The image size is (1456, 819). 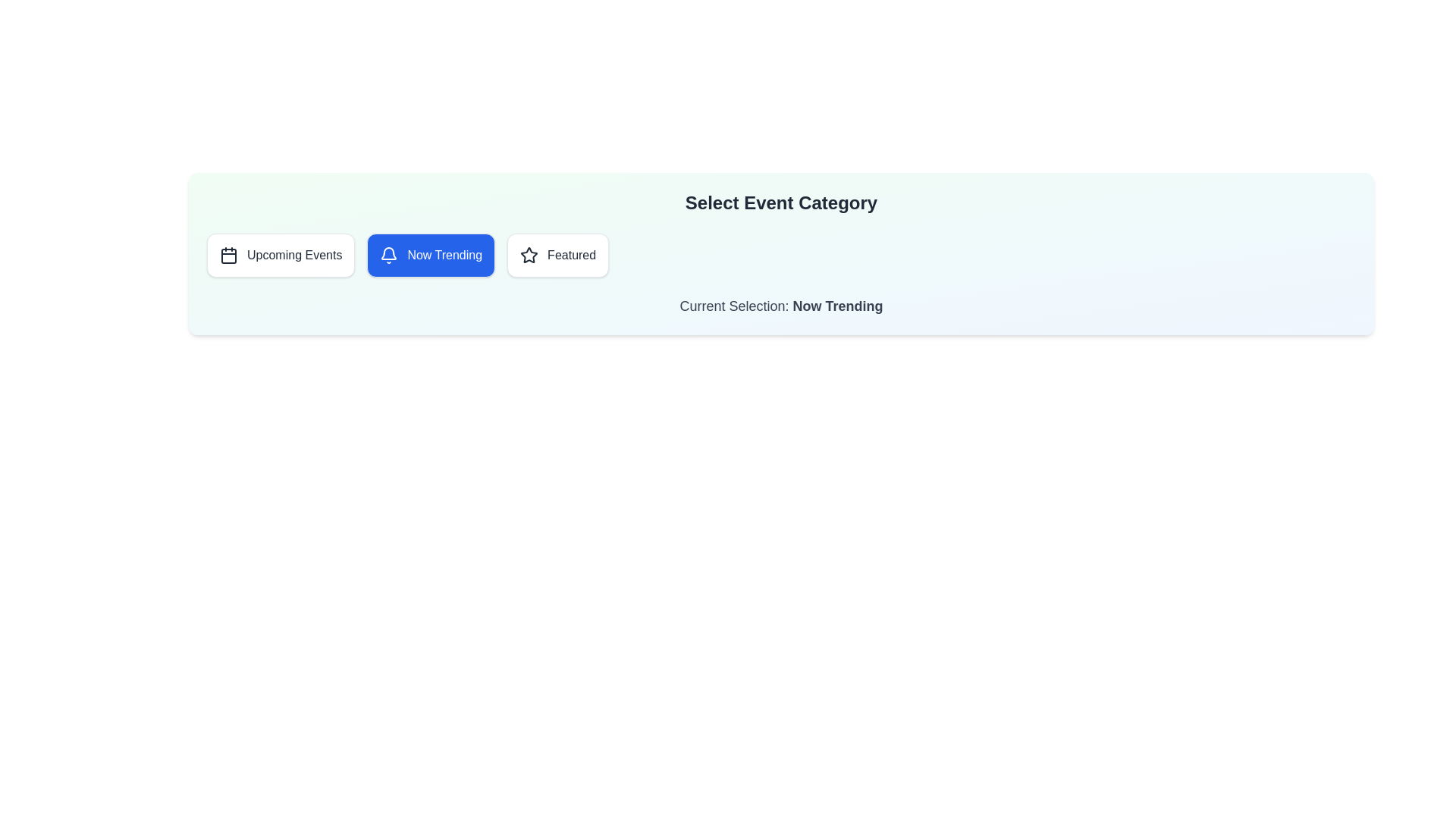 What do you see at coordinates (281, 254) in the screenshot?
I see `the leftmost button of the horizontal button group that functions as a filter for 'Upcoming Events'` at bounding box center [281, 254].